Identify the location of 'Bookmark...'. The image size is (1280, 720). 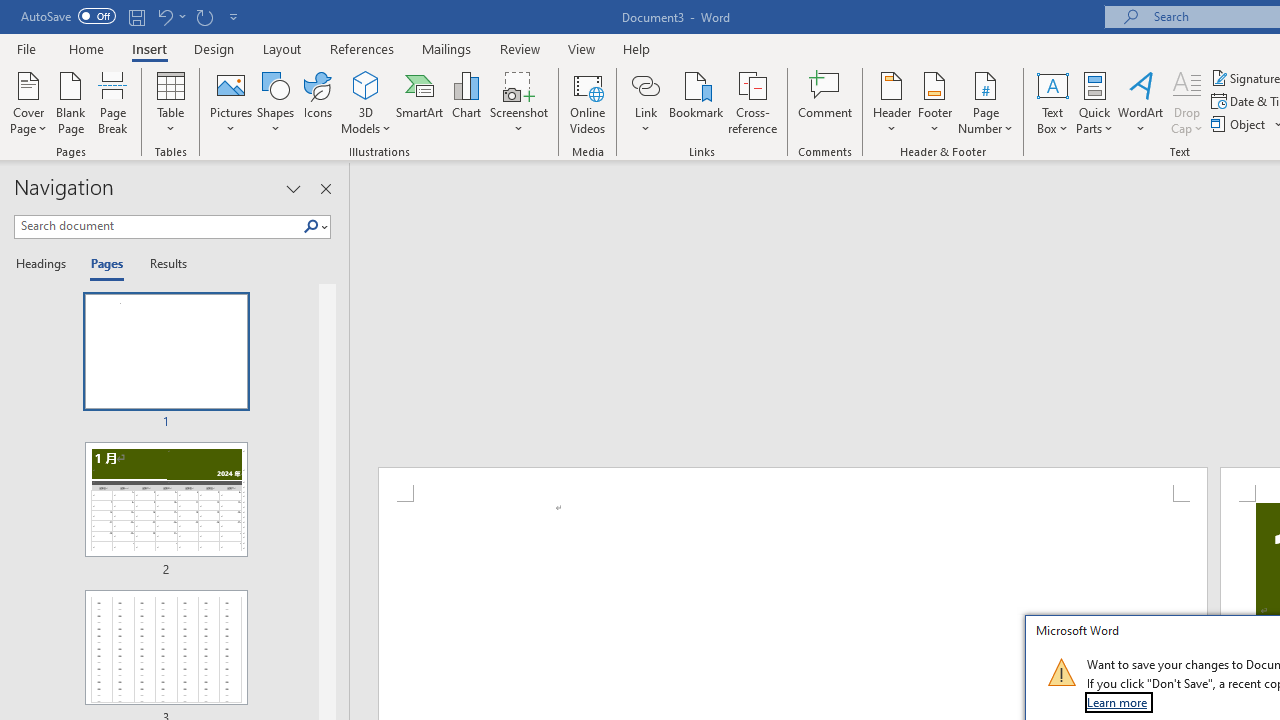
(696, 103).